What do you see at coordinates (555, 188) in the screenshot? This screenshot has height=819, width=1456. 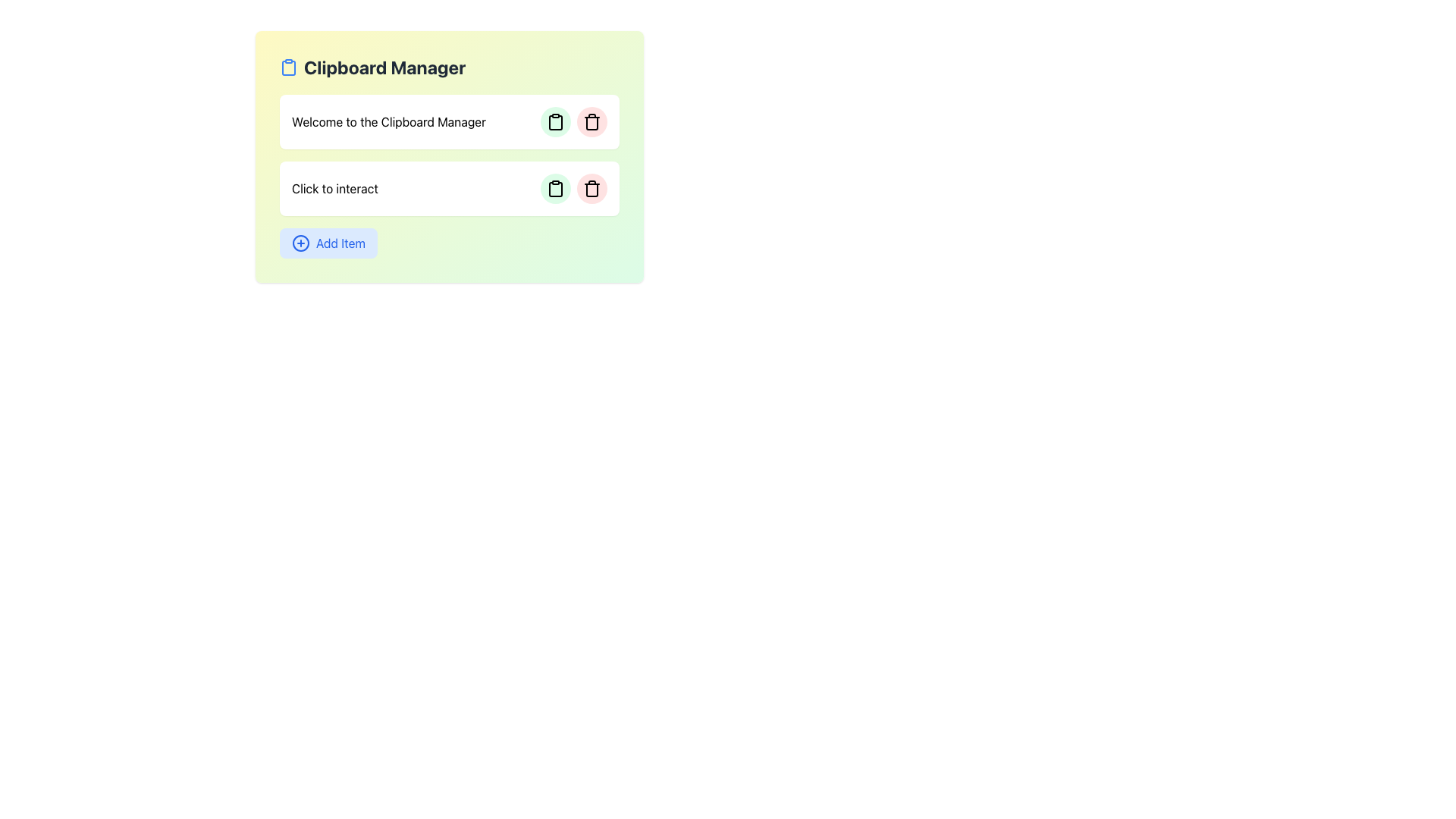 I see `the clipboard manager button located in the second row, first icon on the left` at bounding box center [555, 188].